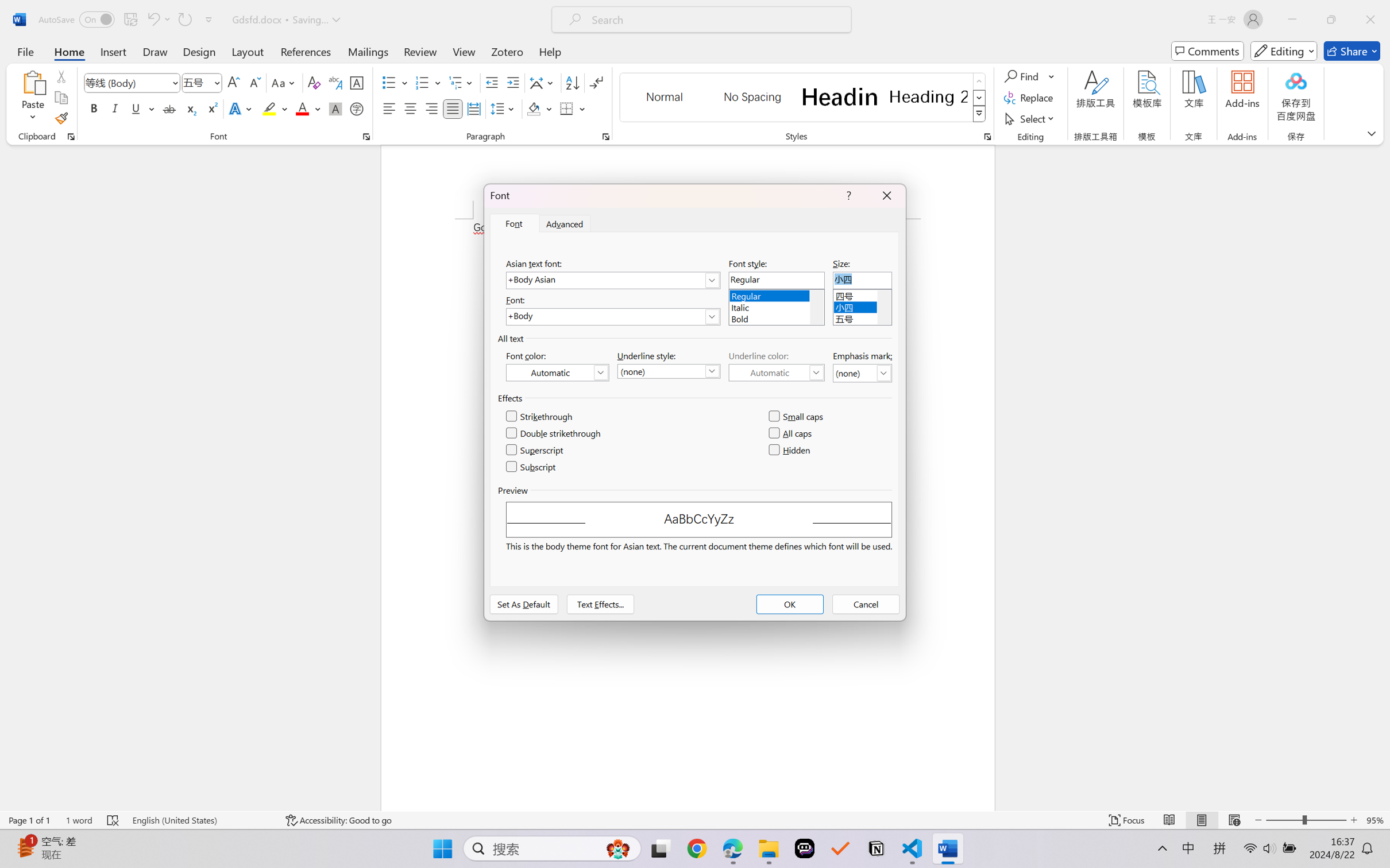 The width and height of the screenshot is (1390, 868). I want to click on 'Hidden', so click(789, 449).